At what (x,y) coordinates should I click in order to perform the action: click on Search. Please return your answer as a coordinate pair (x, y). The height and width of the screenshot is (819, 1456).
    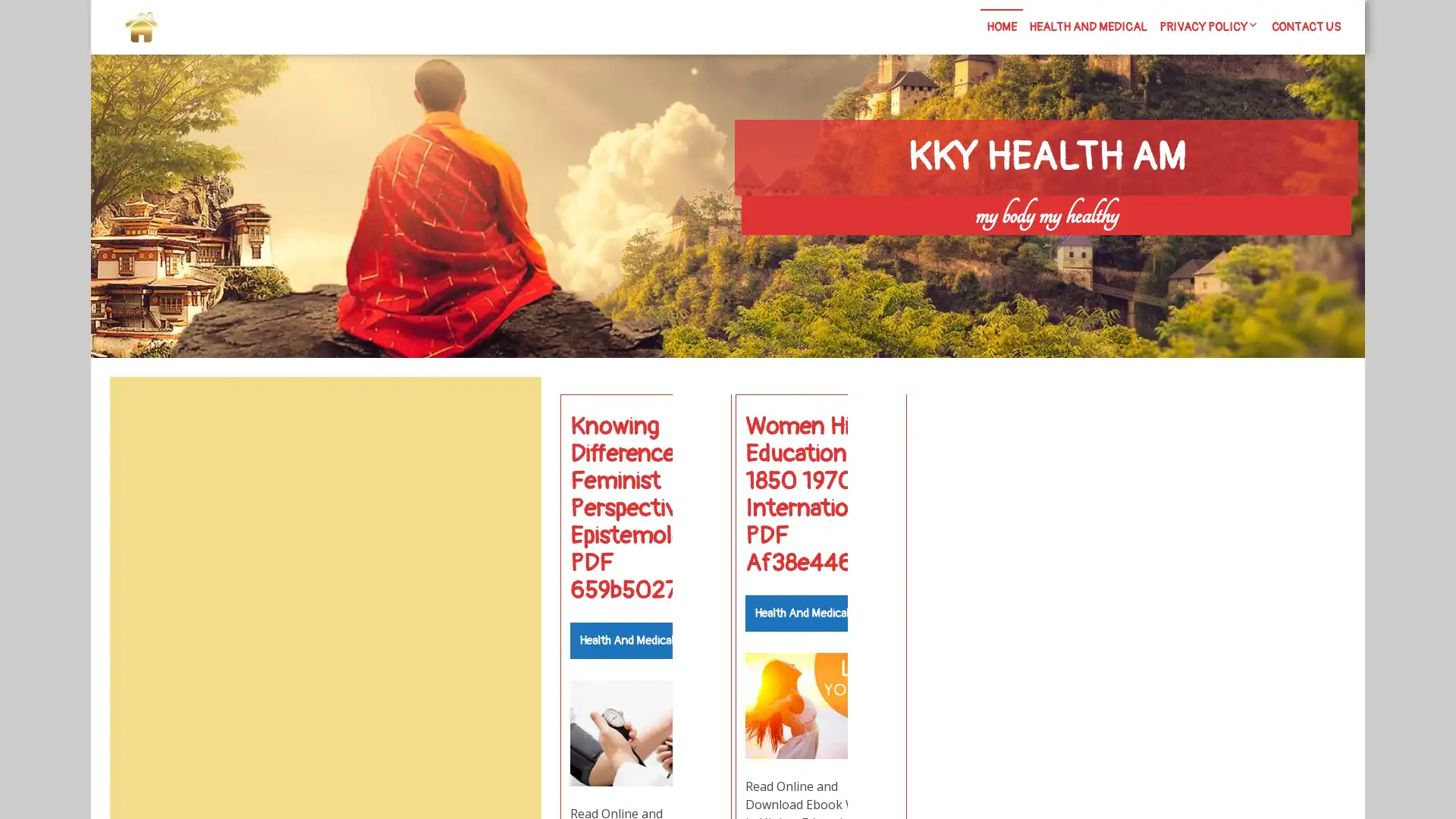
    Looking at the image, I should click on (1181, 248).